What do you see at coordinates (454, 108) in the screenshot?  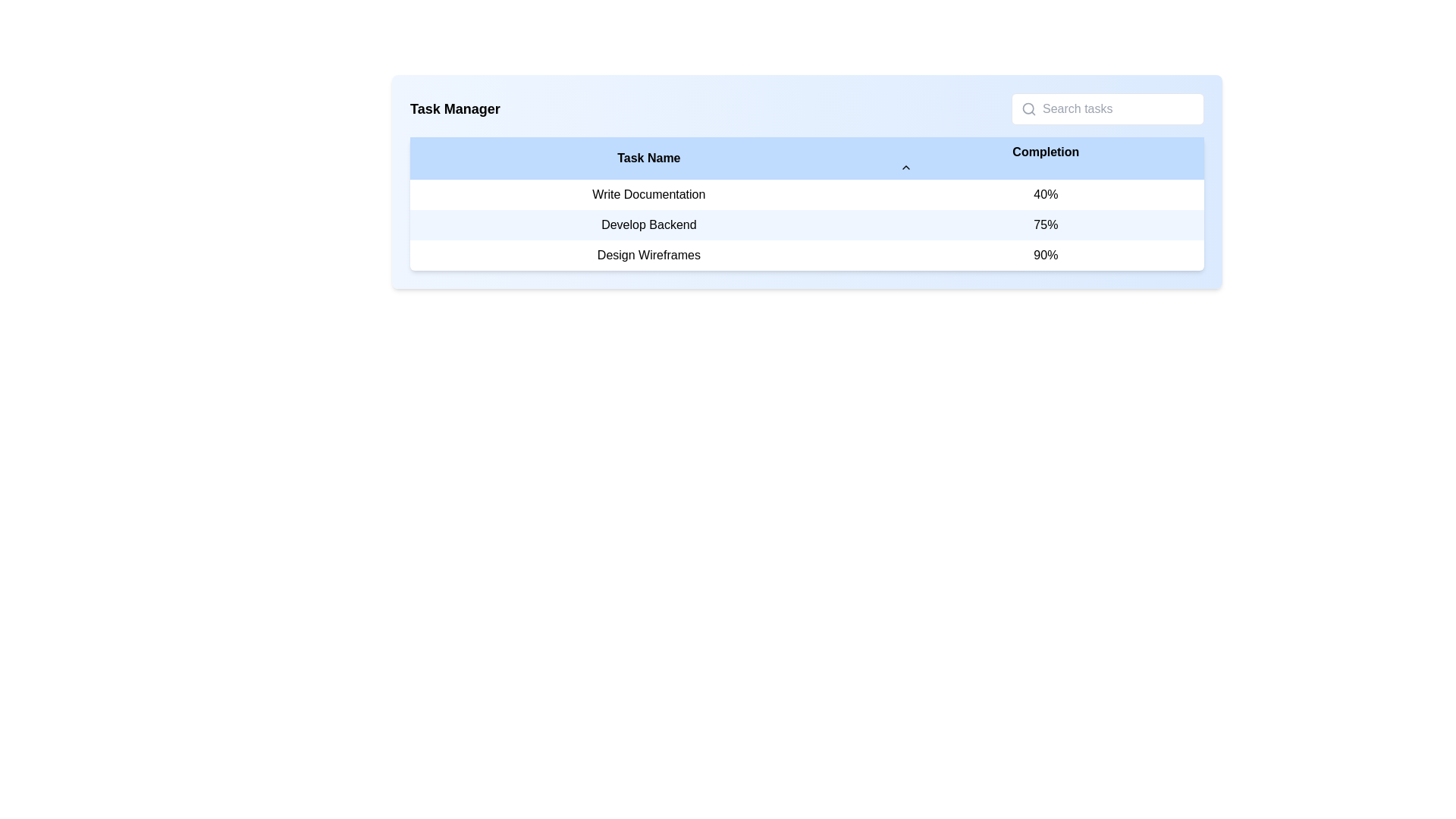 I see `the heading text of the task management system` at bounding box center [454, 108].